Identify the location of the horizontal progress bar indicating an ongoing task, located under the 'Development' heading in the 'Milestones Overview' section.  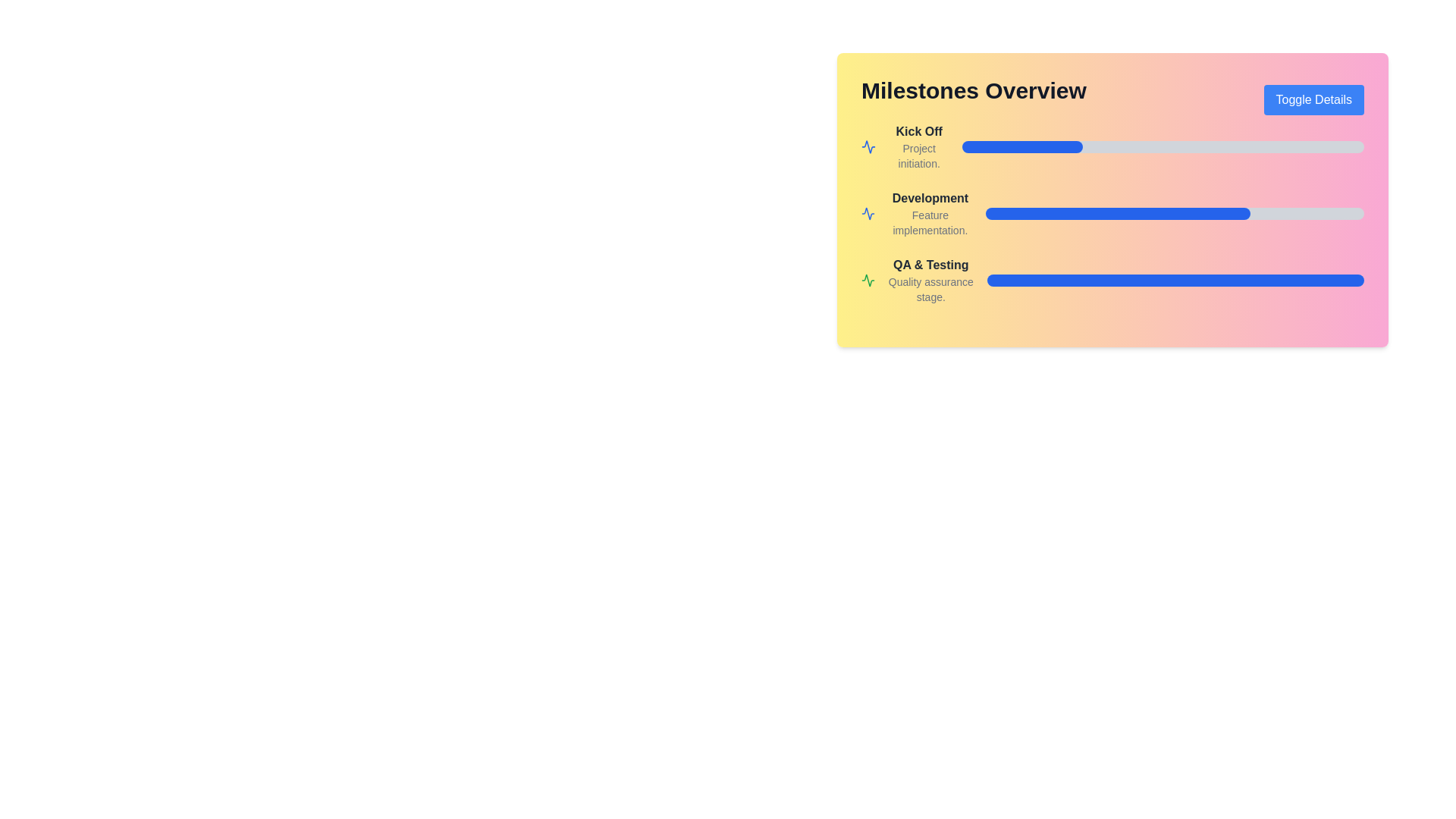
(1112, 213).